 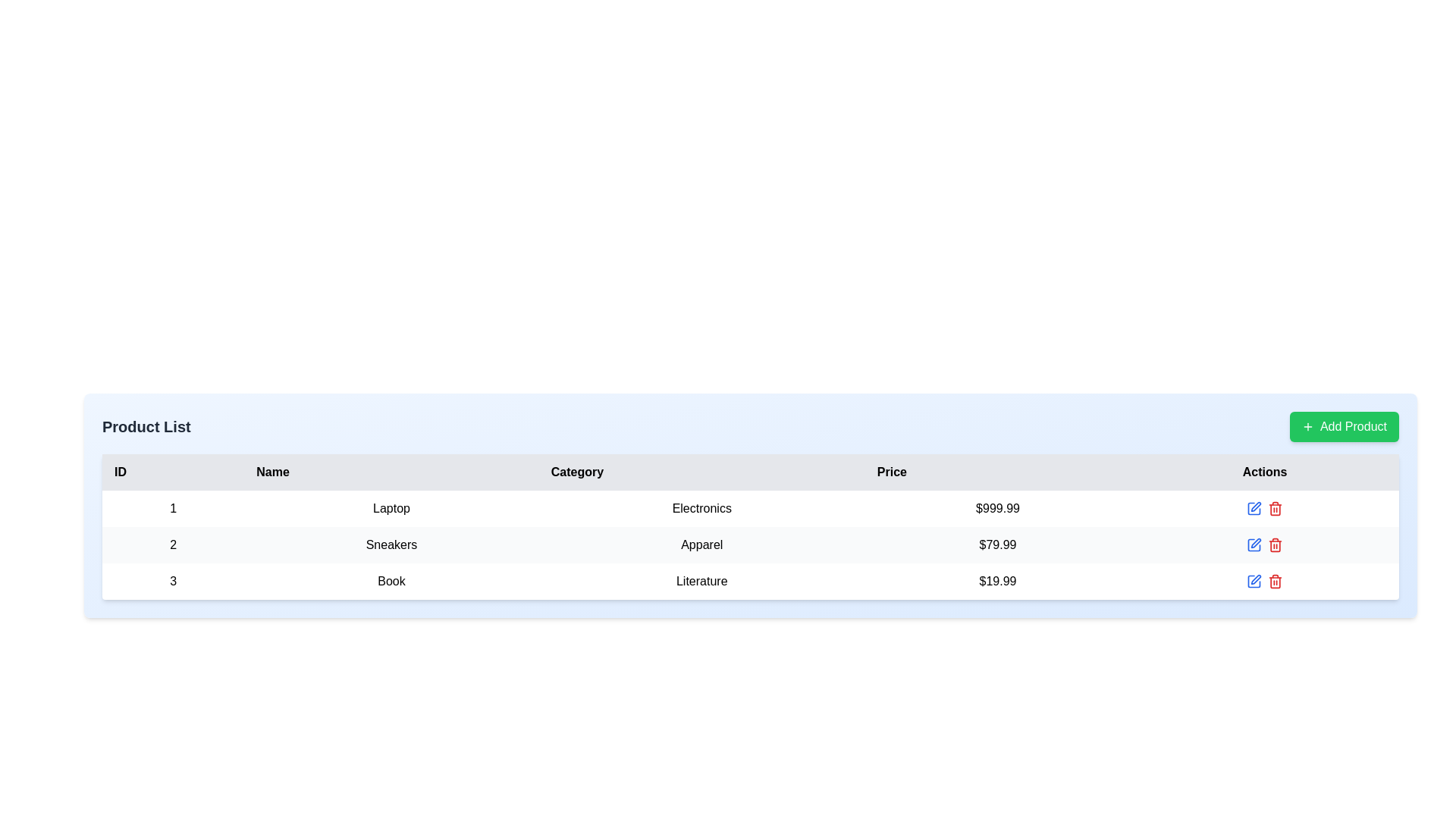 What do you see at coordinates (1254, 544) in the screenshot?
I see `the Edit icon, which is a square icon with a stylized pen design, located in the Actions column of the second row for the item labeled 'Sneakers', to initiate editing of the associated row` at bounding box center [1254, 544].